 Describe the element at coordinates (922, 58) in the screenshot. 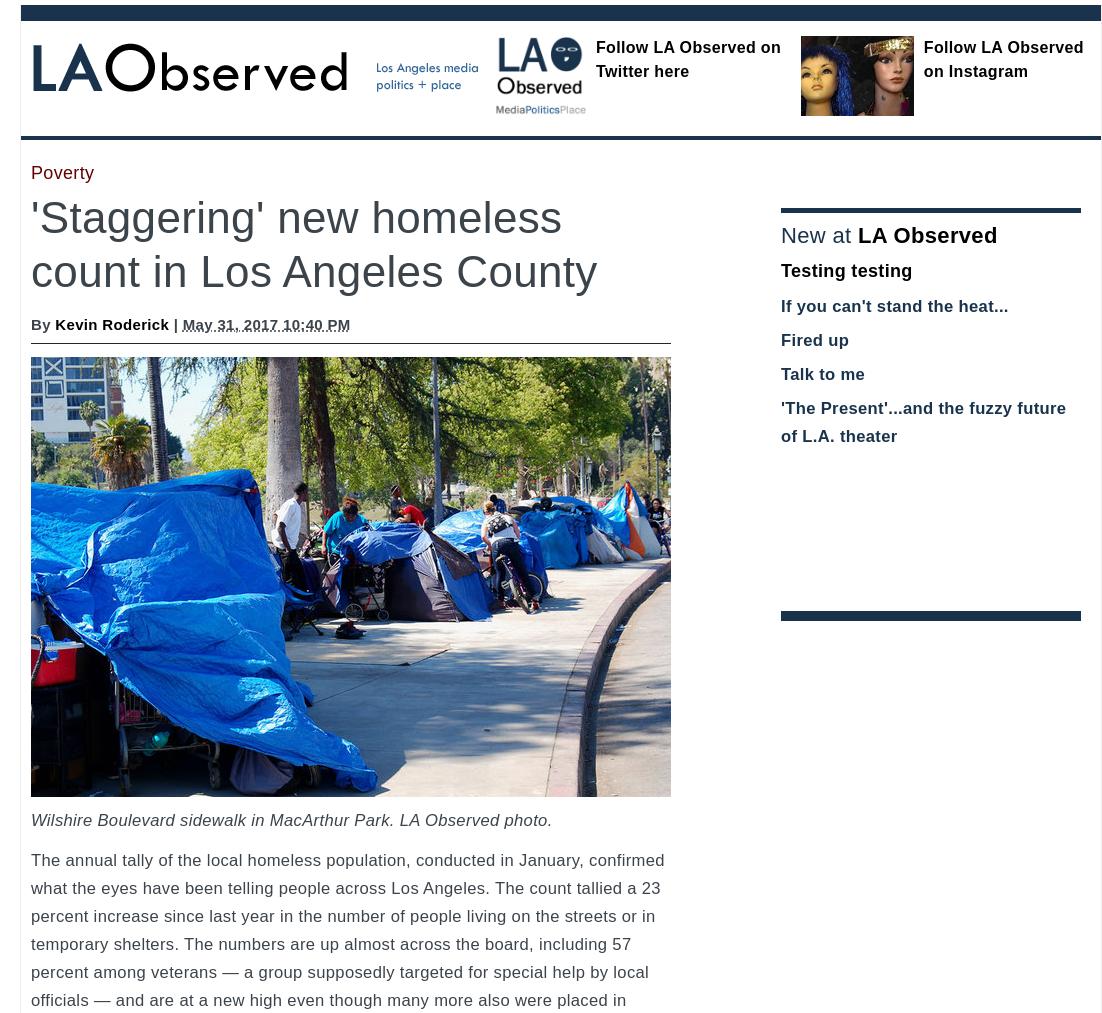

I see `'Follow LA Observed on Instagram'` at that location.